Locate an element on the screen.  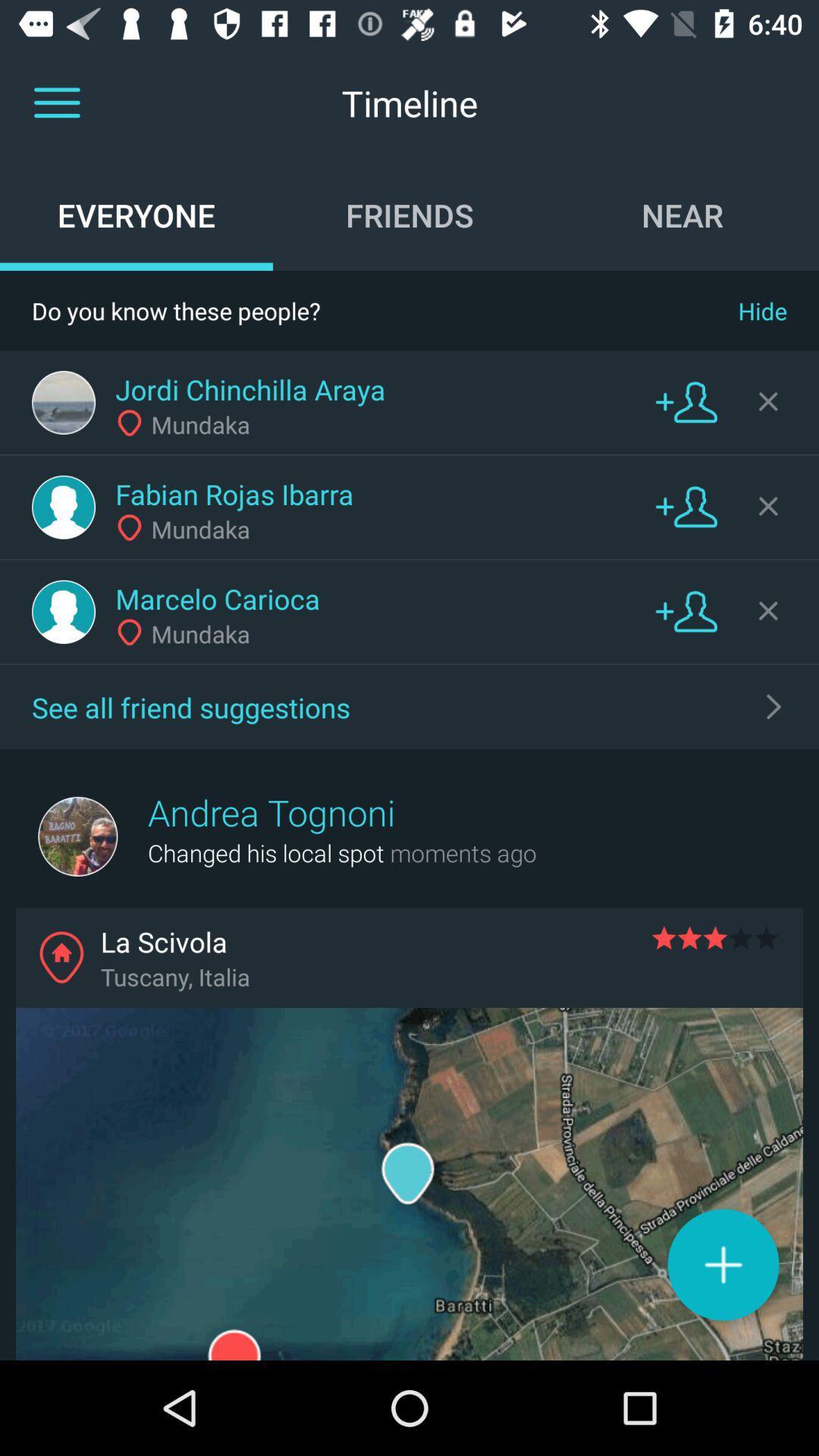
person to friend list is located at coordinates (686, 610).